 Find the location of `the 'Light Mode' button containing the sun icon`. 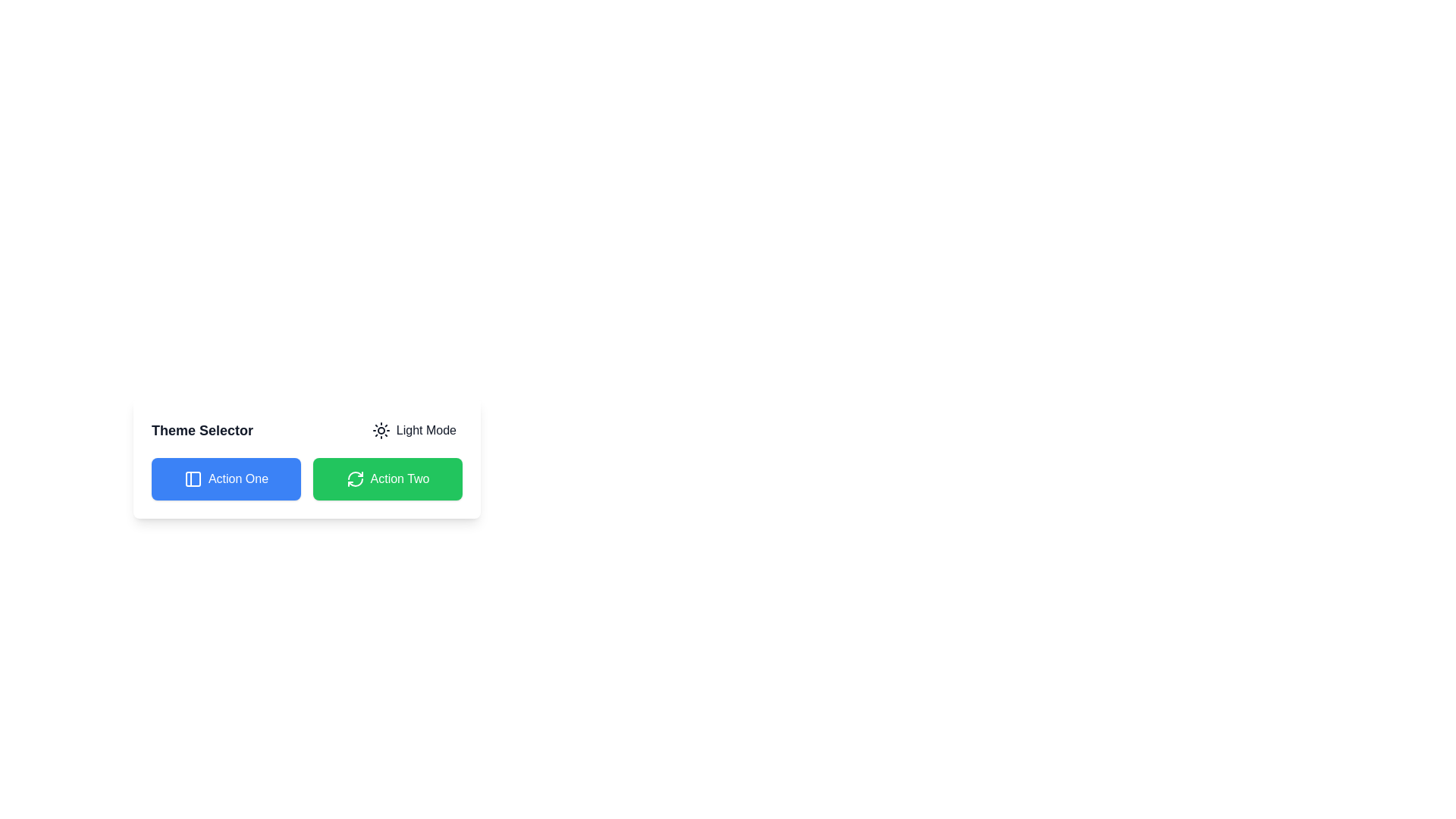

the 'Light Mode' button containing the sun icon is located at coordinates (381, 430).